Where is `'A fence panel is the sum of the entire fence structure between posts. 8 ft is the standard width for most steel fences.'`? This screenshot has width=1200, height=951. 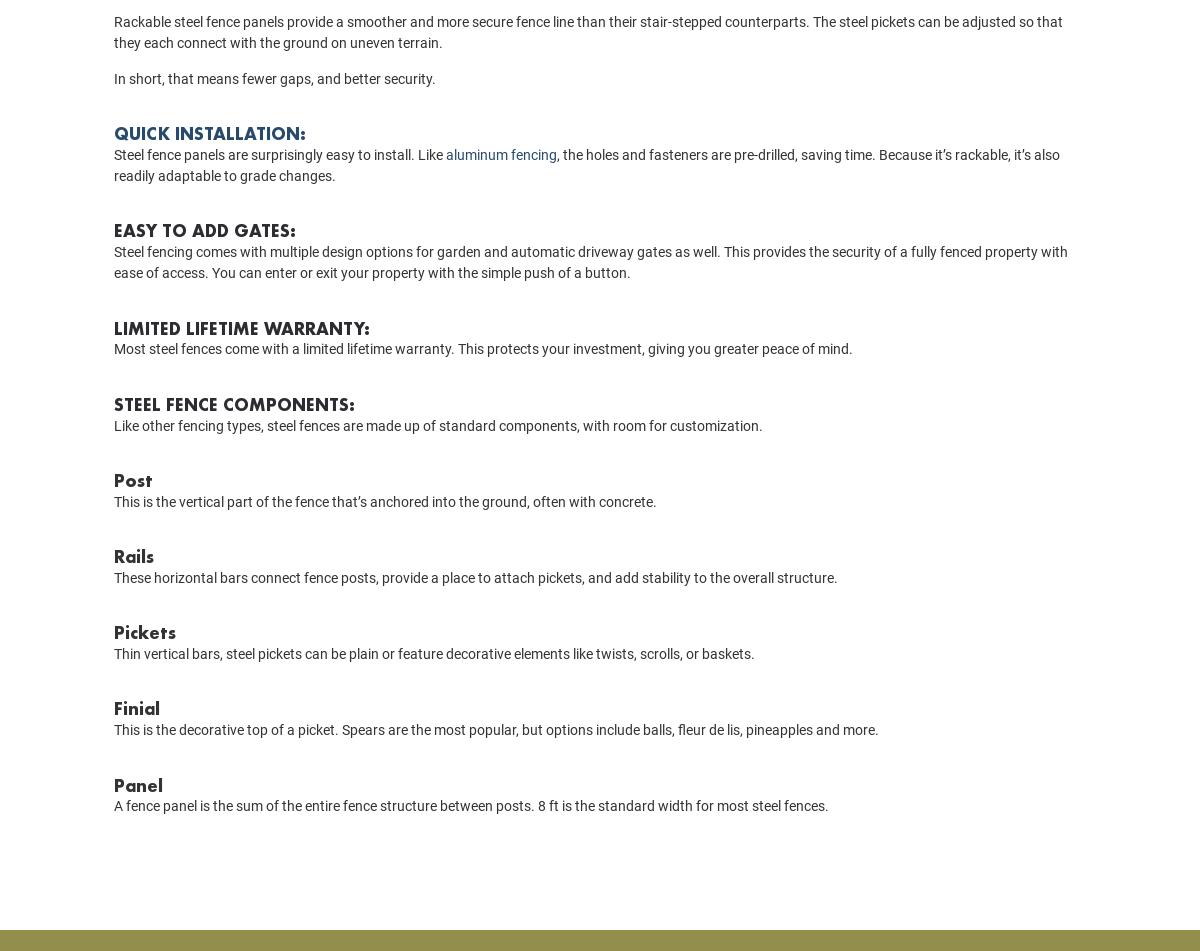
'A fence panel is the sum of the entire fence structure between posts. 8 ft is the standard width for most steel fences.' is located at coordinates (470, 833).